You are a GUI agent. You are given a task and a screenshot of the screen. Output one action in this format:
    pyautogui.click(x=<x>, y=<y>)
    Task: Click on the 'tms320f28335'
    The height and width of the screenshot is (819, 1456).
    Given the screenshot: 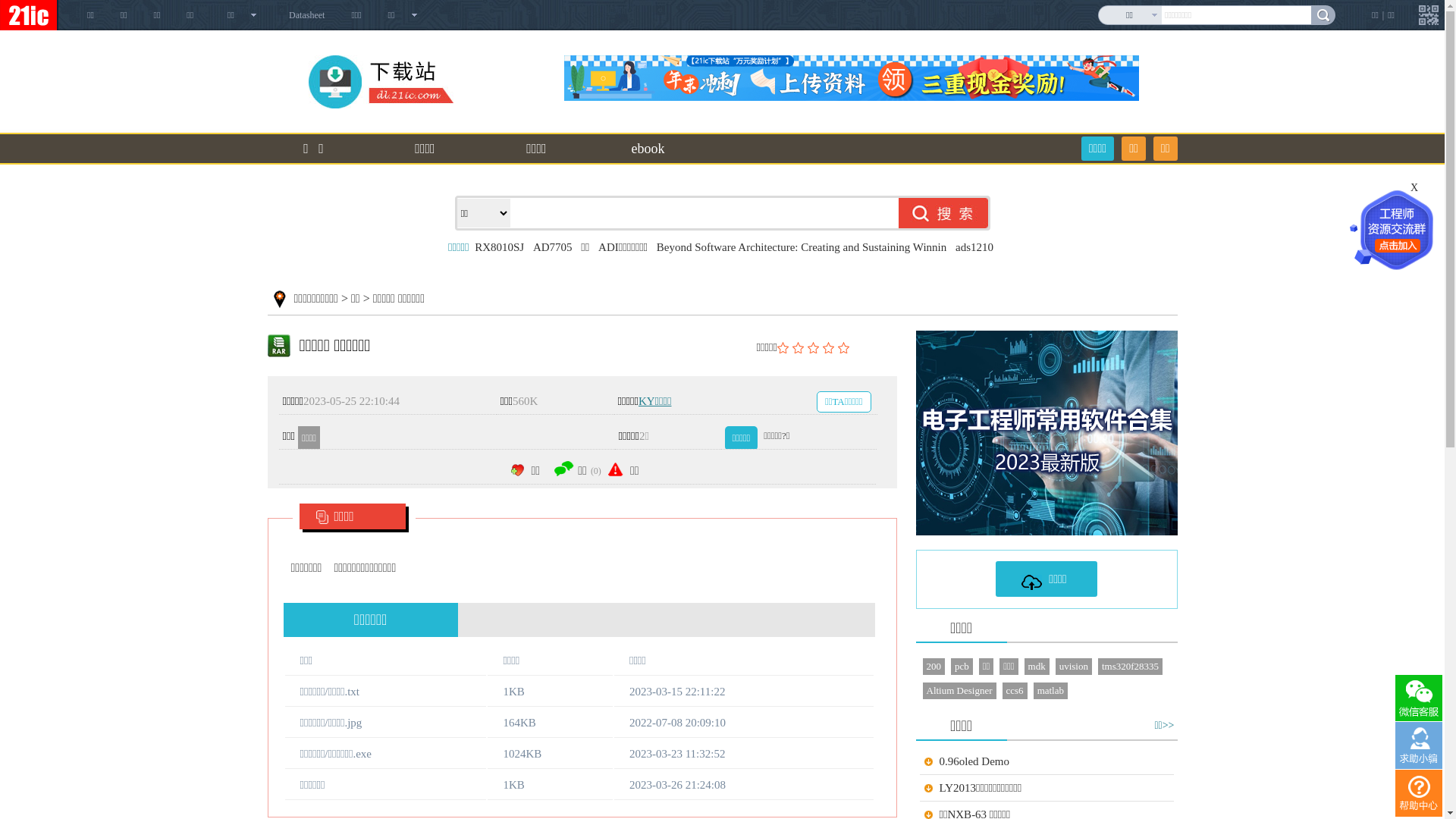 What is the action you would take?
    pyautogui.click(x=1130, y=666)
    